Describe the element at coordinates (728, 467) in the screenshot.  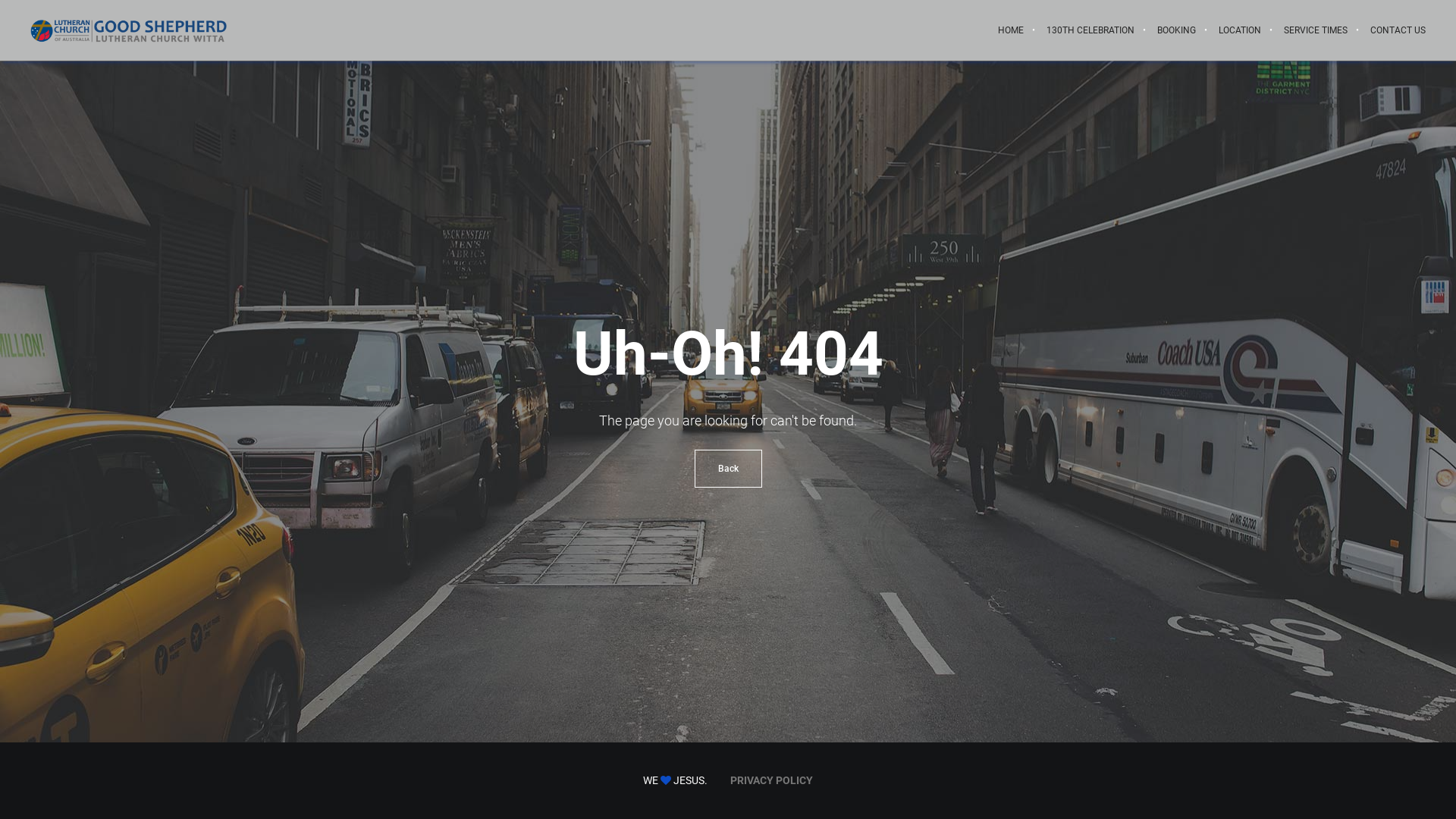
I see `'Back'` at that location.